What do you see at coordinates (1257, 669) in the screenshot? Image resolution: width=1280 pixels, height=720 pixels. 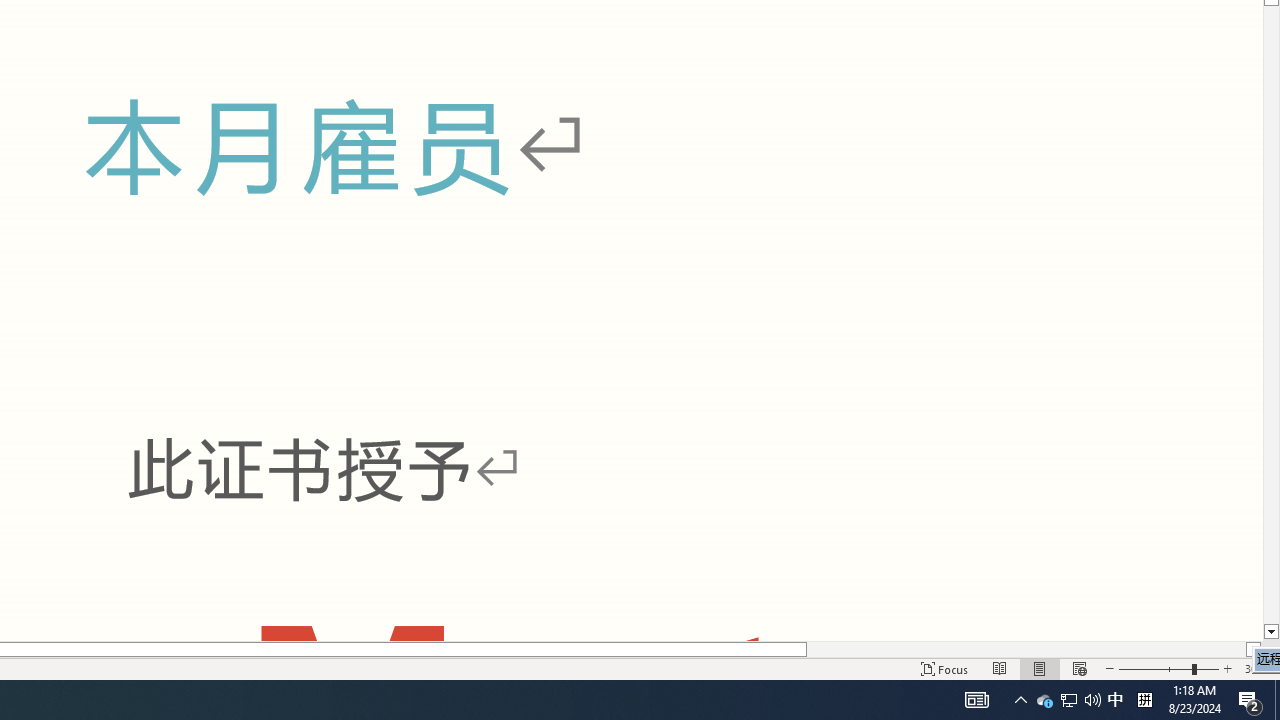 I see `'Zoom 308%'` at bounding box center [1257, 669].